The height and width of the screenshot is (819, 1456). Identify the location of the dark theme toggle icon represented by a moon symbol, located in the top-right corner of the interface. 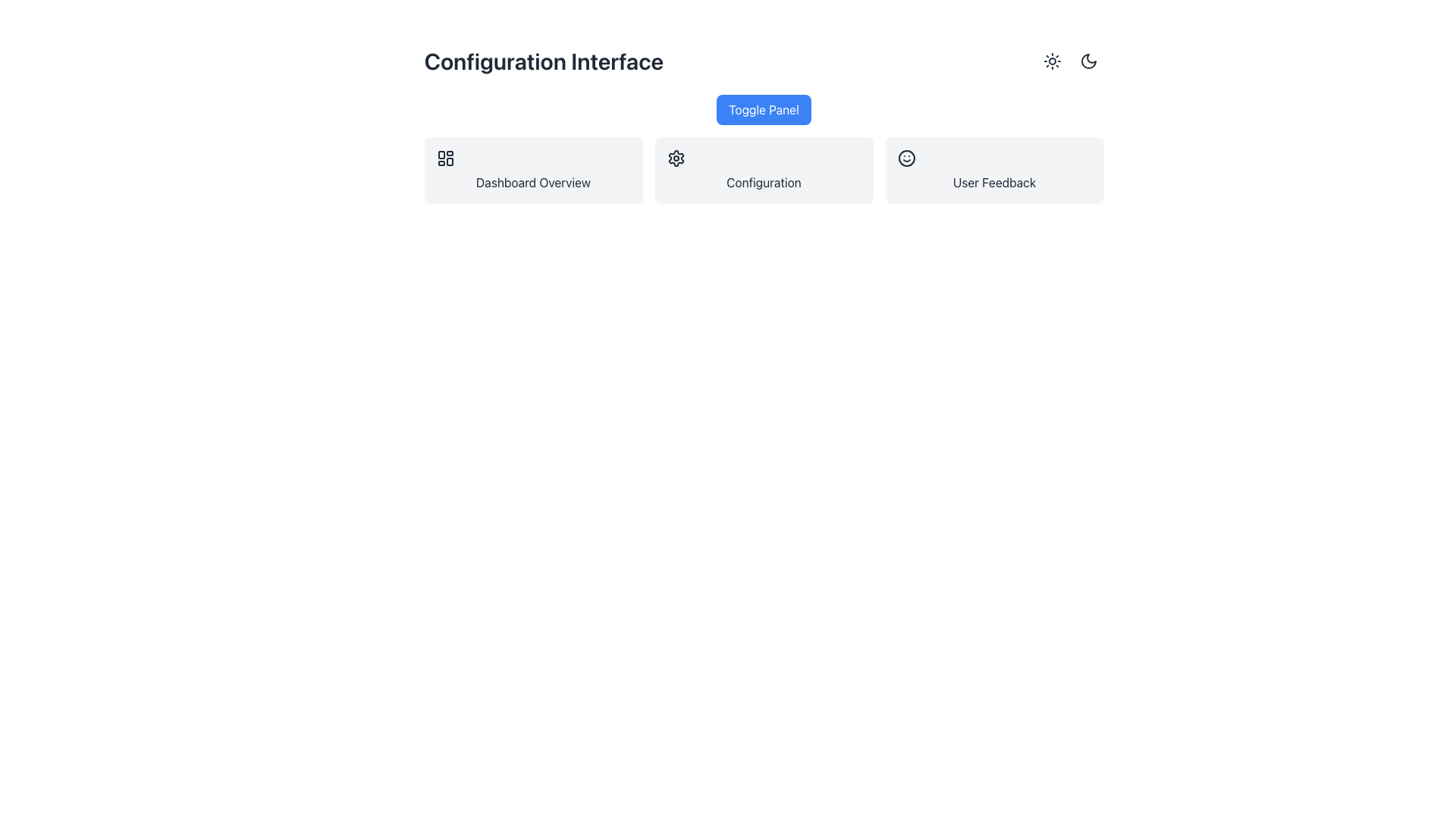
(1087, 61).